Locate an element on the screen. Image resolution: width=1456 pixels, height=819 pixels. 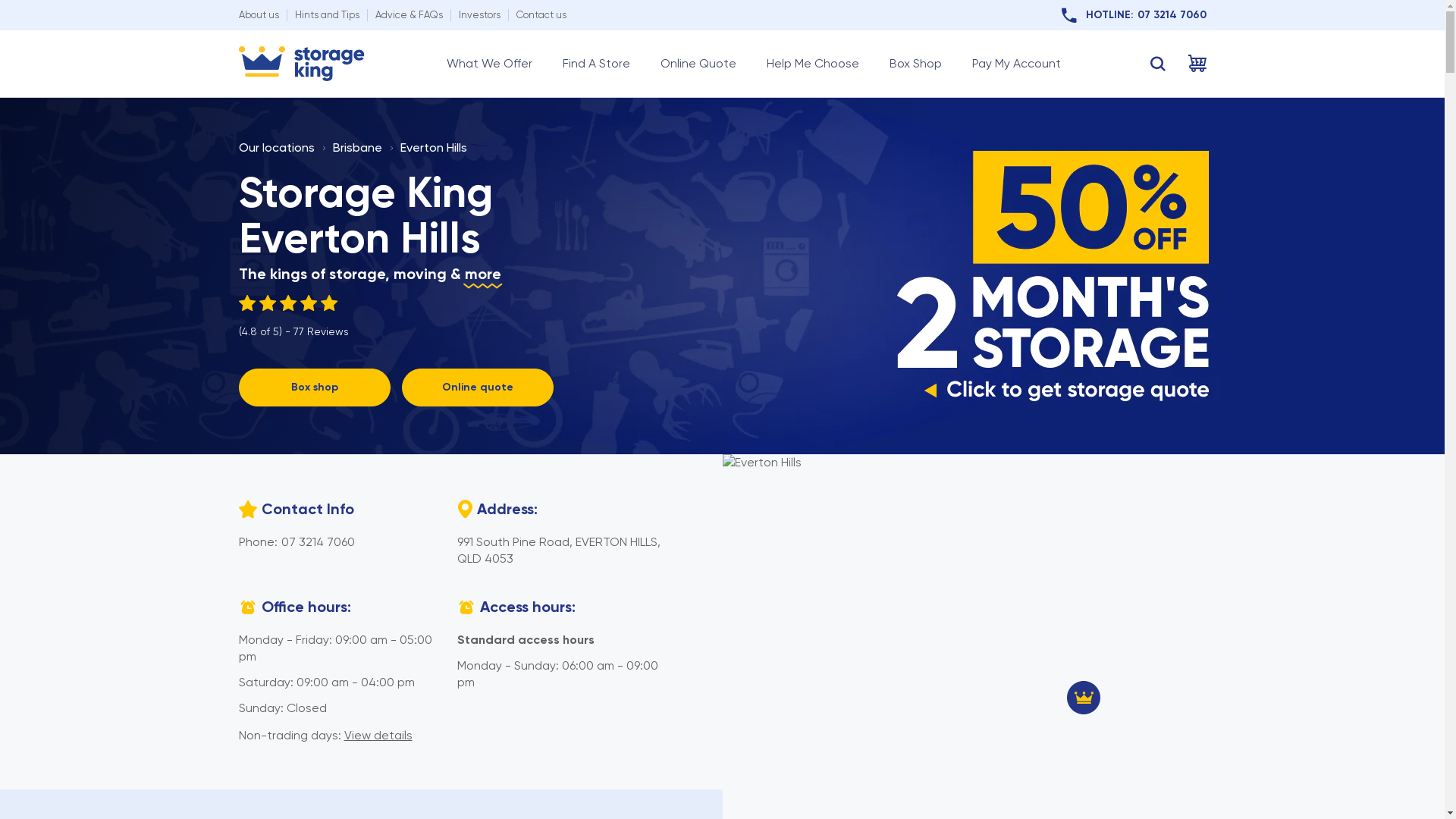
'Online Quote' is located at coordinates (697, 63).